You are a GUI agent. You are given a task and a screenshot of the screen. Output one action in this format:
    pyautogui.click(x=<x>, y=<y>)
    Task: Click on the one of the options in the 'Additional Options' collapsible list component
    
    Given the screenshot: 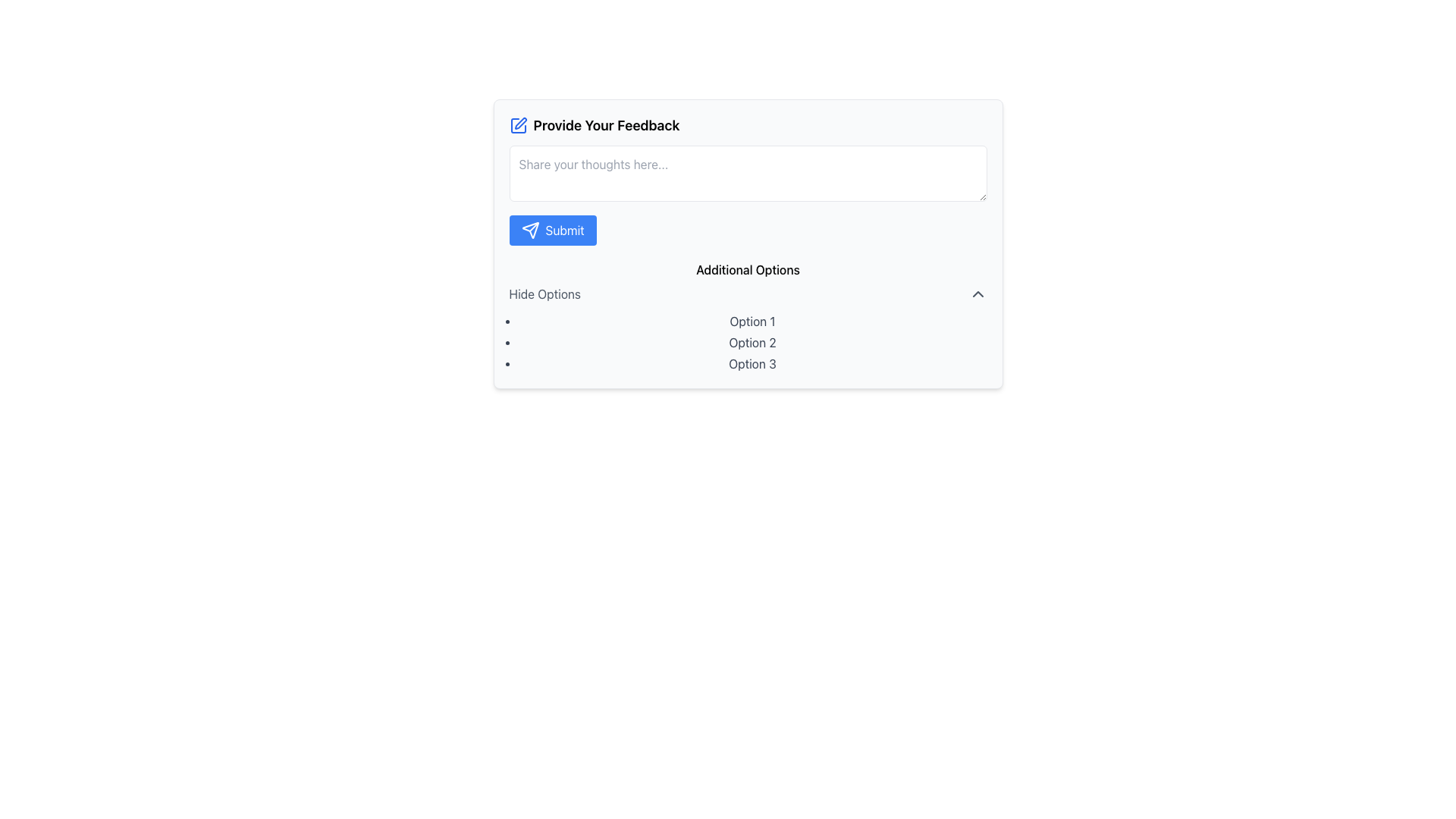 What is the action you would take?
    pyautogui.click(x=748, y=315)
    